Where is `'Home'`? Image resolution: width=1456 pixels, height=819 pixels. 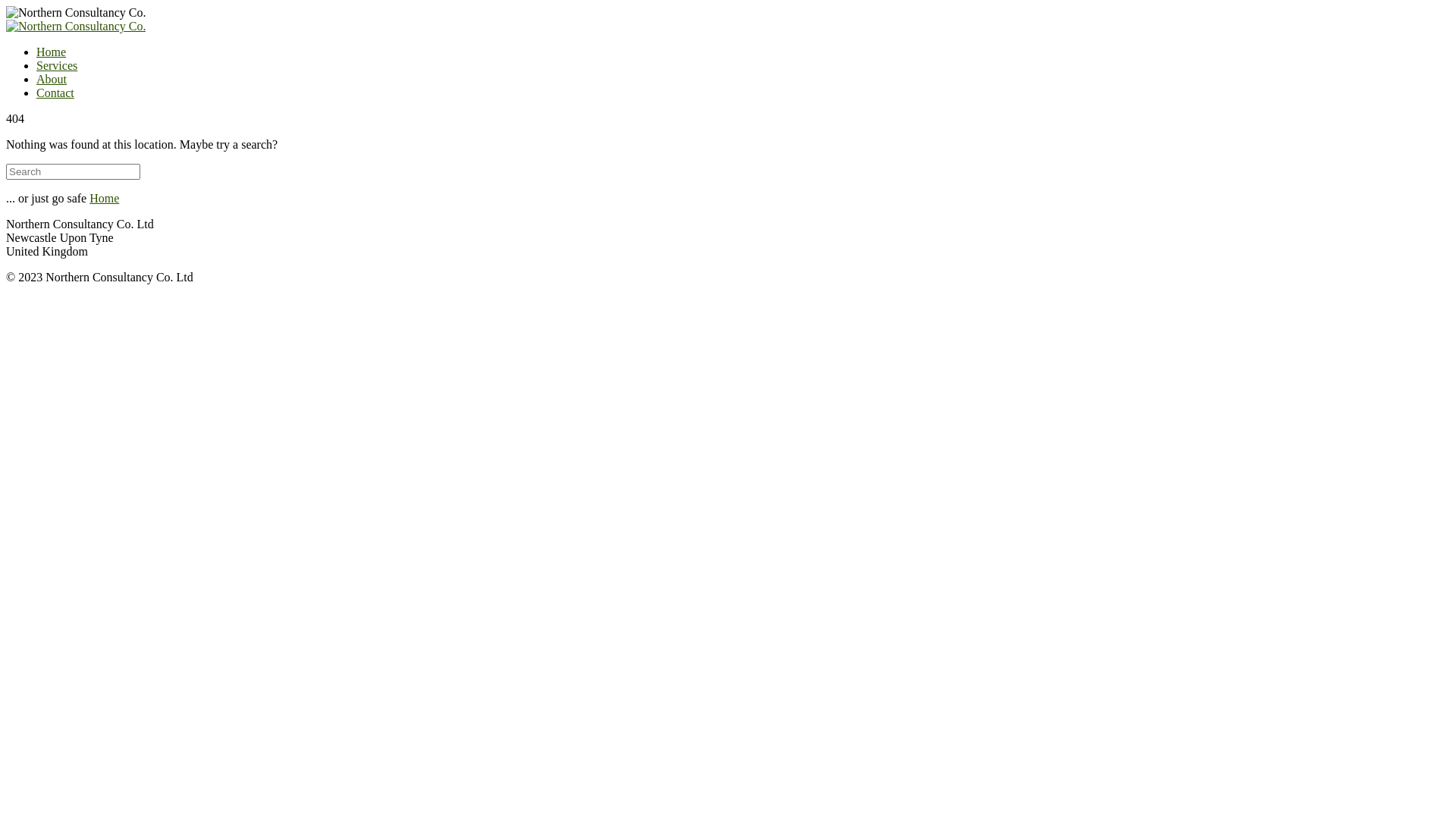 'Home' is located at coordinates (36, 51).